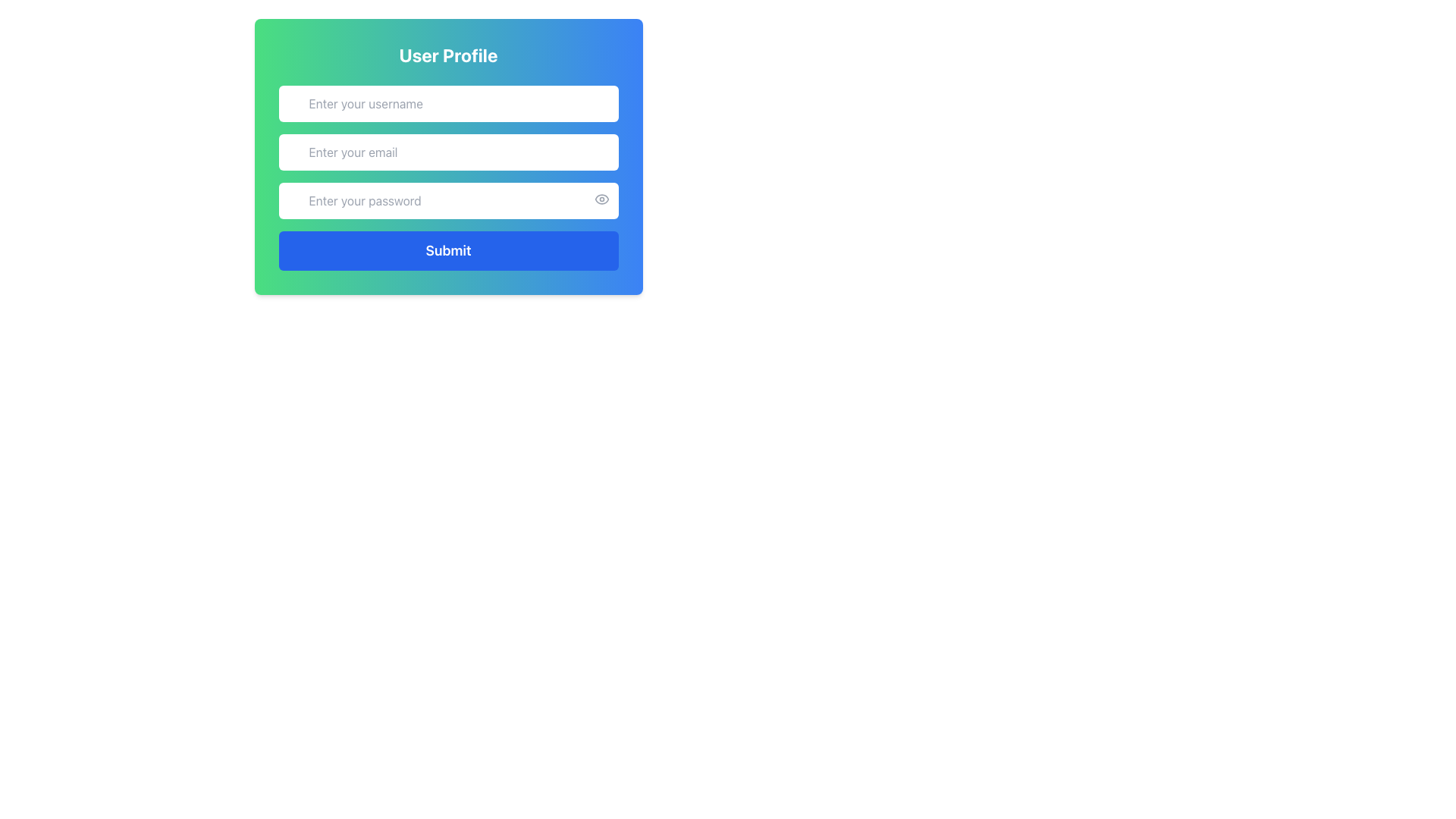  I want to click on the 'Submit' button, so click(447, 250).